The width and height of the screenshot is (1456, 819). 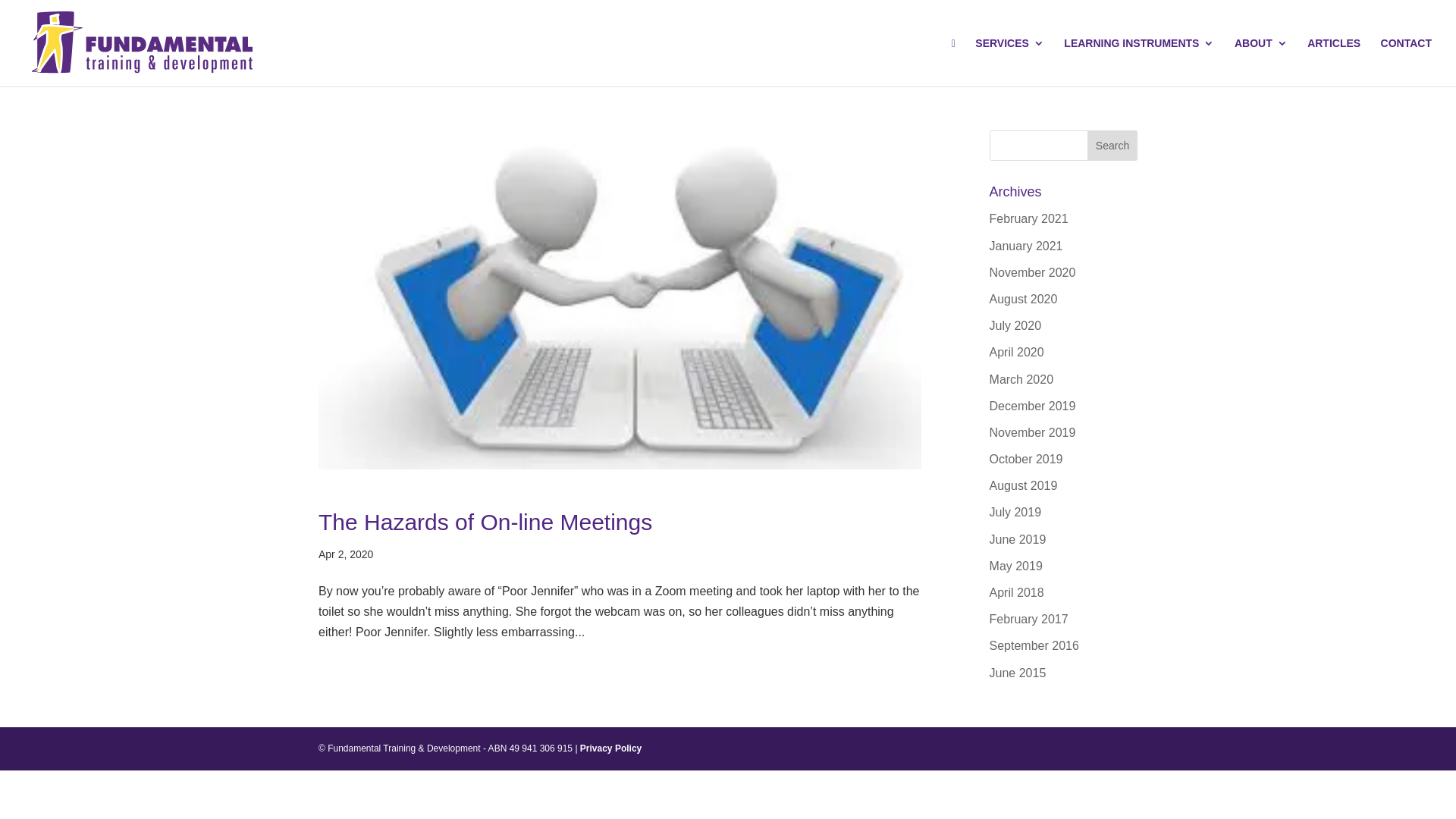 What do you see at coordinates (1023, 299) in the screenshot?
I see `'August 2020'` at bounding box center [1023, 299].